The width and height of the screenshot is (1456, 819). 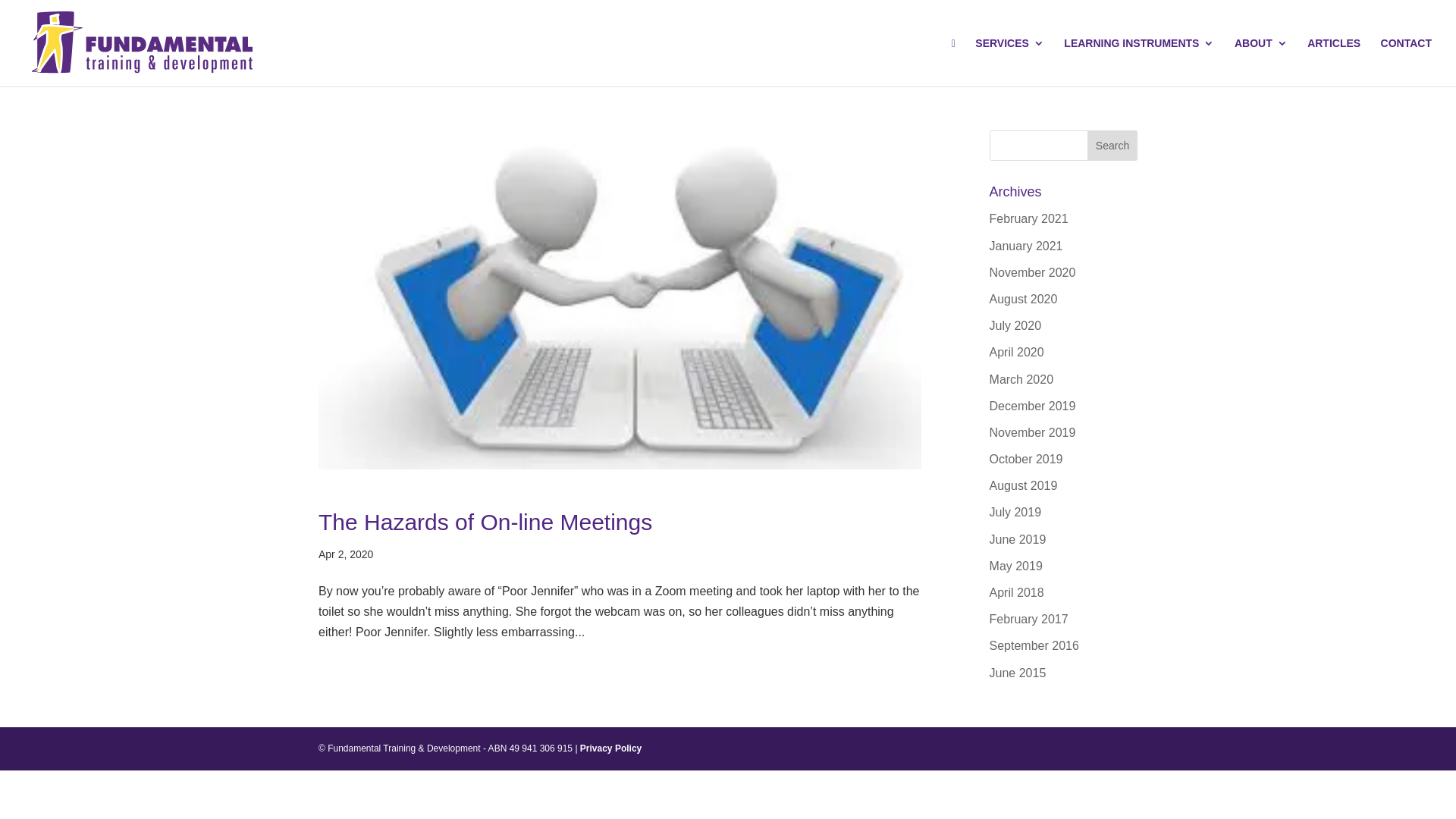 What do you see at coordinates (1023, 299) in the screenshot?
I see `'August 2020'` at bounding box center [1023, 299].